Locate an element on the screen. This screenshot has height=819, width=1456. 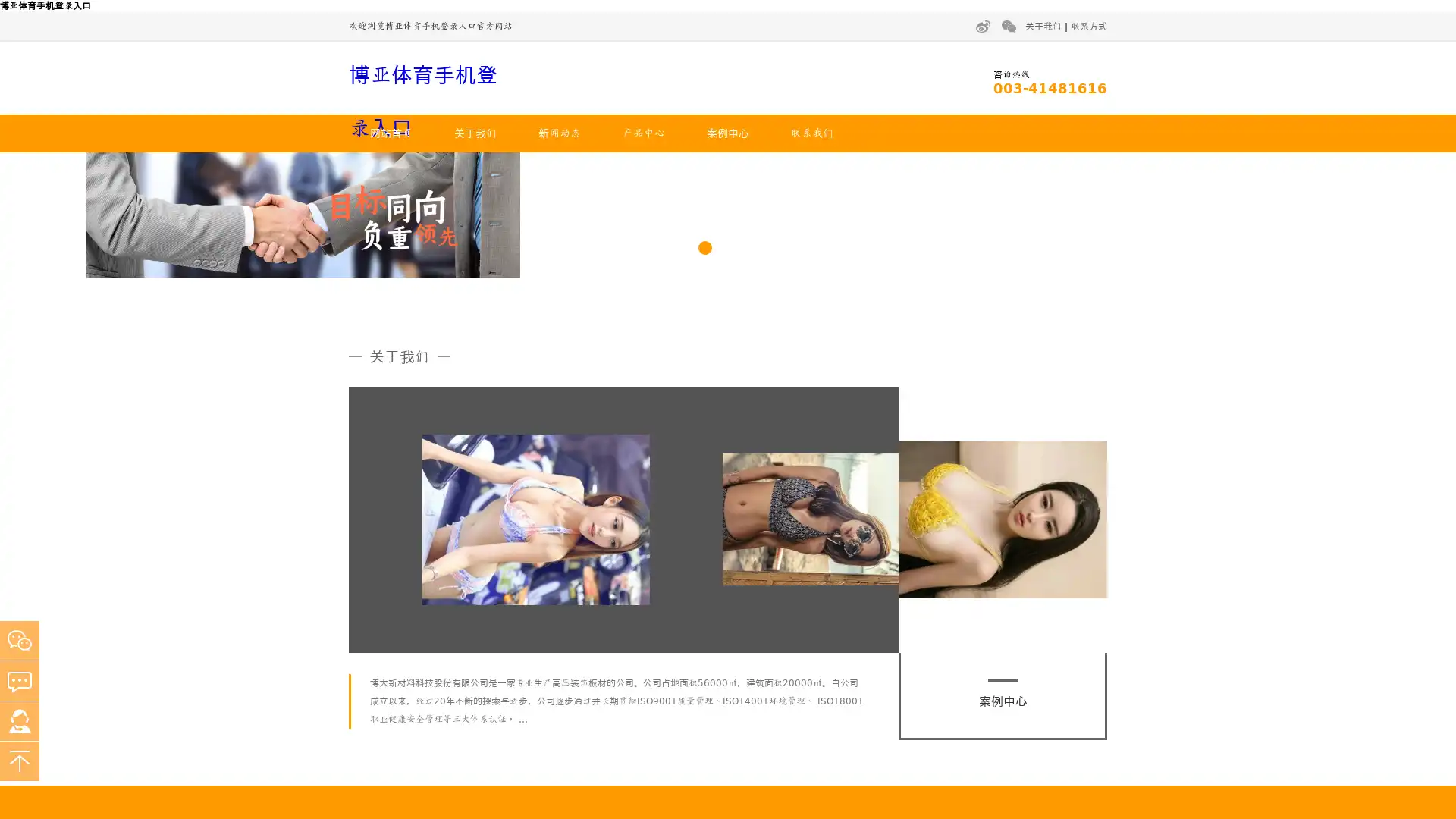
1 is located at coordinates (704, 422).